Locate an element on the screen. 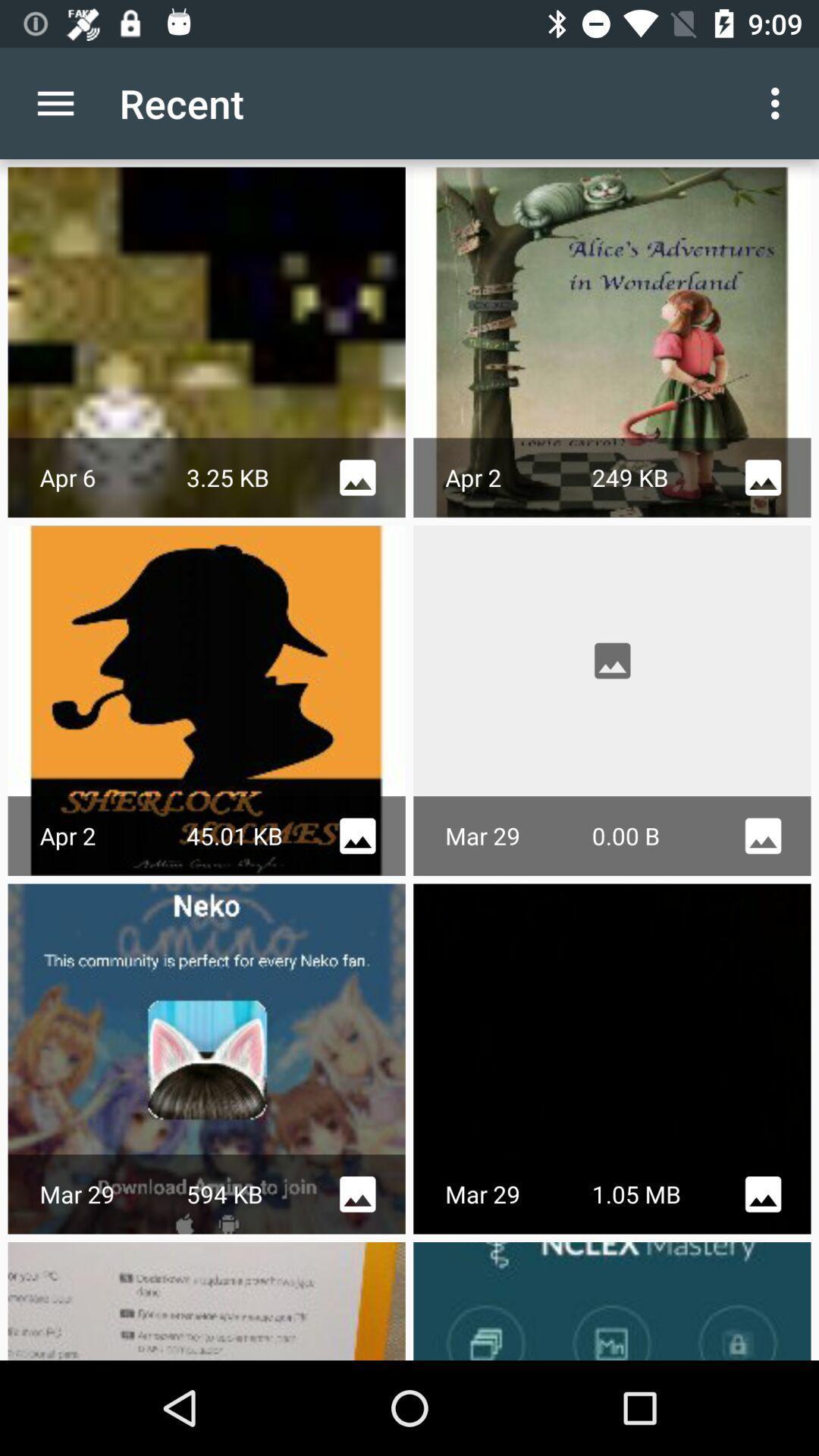  icon next to the recent app is located at coordinates (55, 102).